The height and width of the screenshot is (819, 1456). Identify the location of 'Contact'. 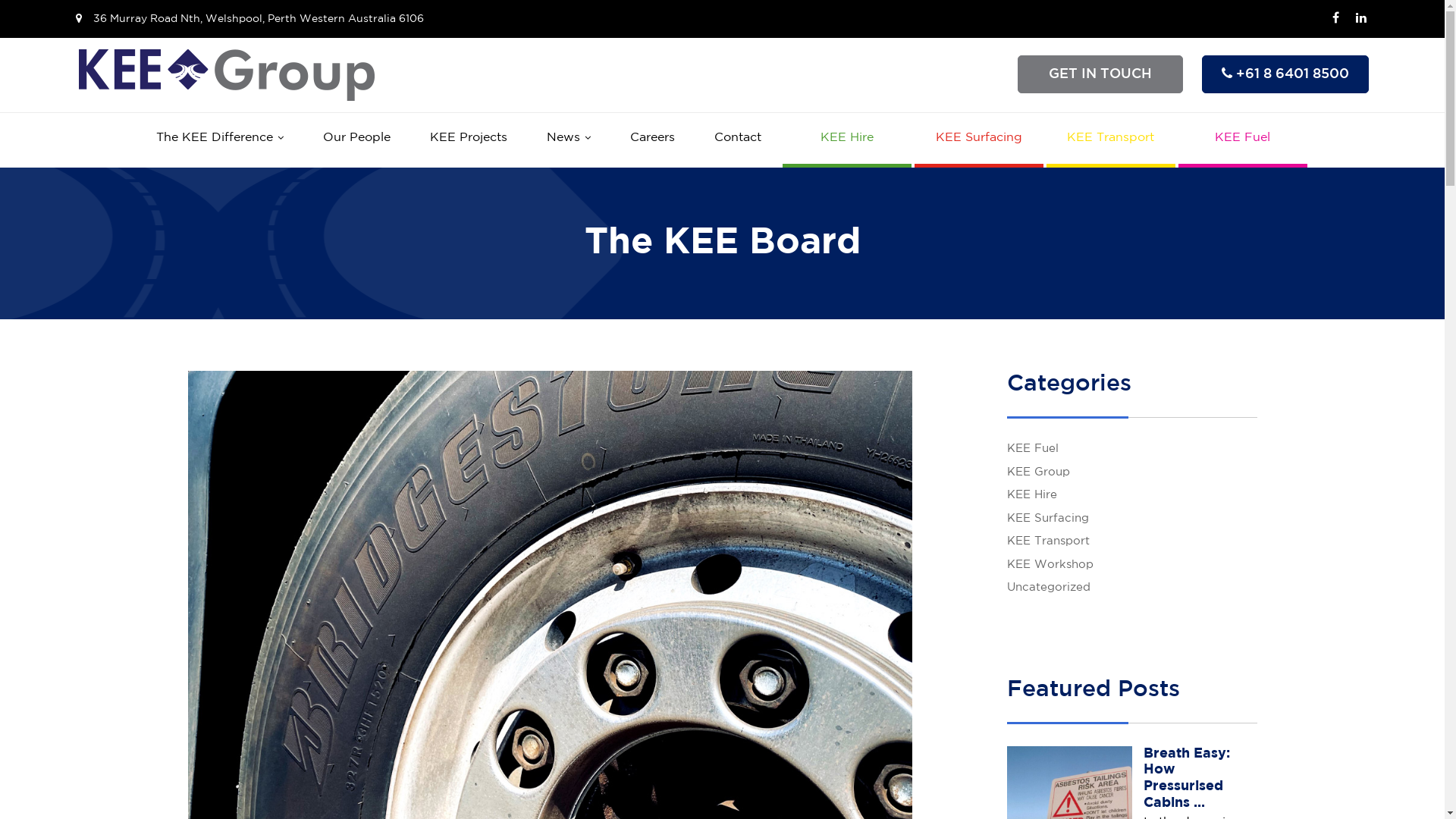
(738, 137).